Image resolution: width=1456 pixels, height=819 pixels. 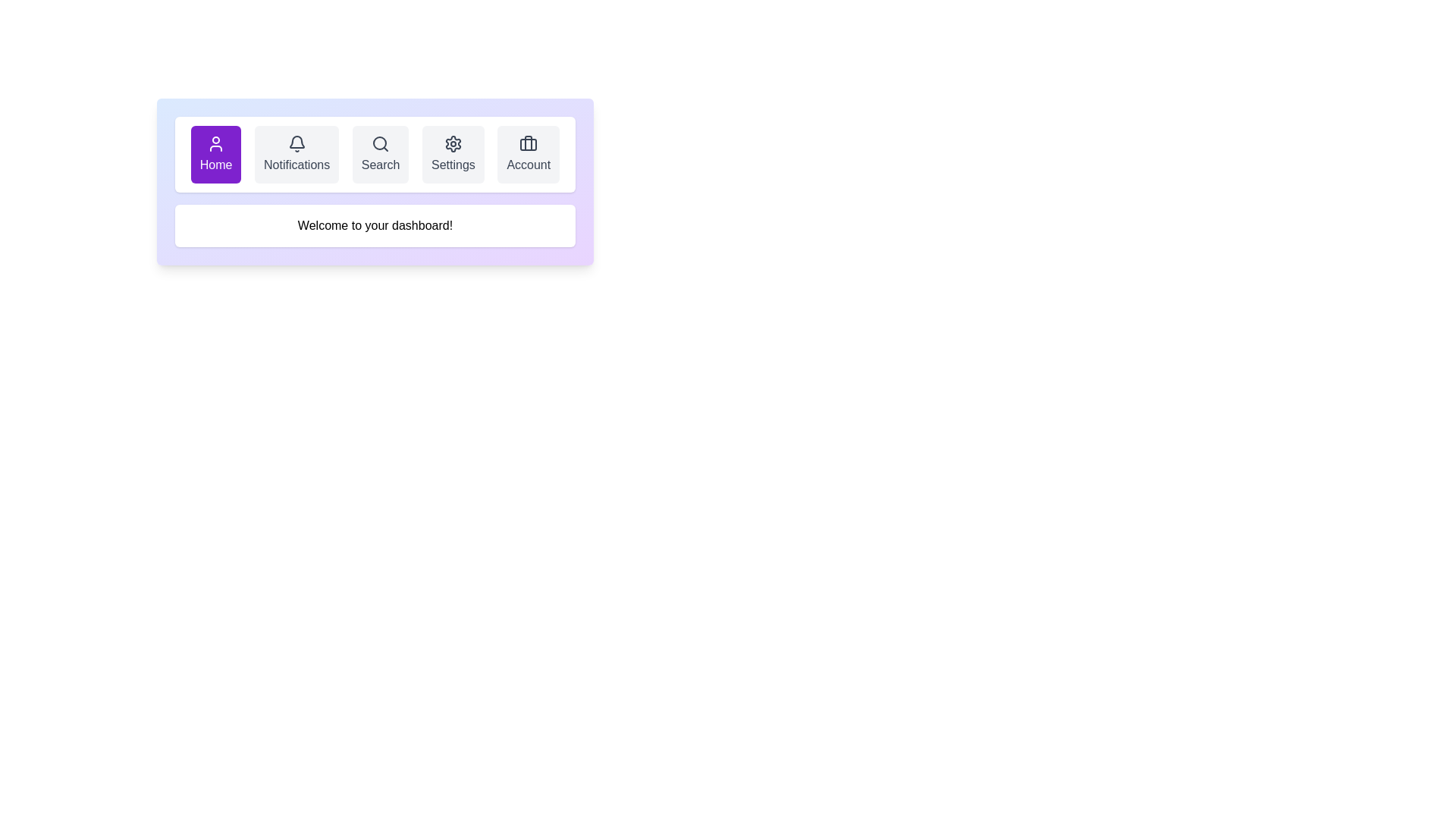 What do you see at coordinates (529, 155) in the screenshot?
I see `the rightmost navigation button` at bounding box center [529, 155].